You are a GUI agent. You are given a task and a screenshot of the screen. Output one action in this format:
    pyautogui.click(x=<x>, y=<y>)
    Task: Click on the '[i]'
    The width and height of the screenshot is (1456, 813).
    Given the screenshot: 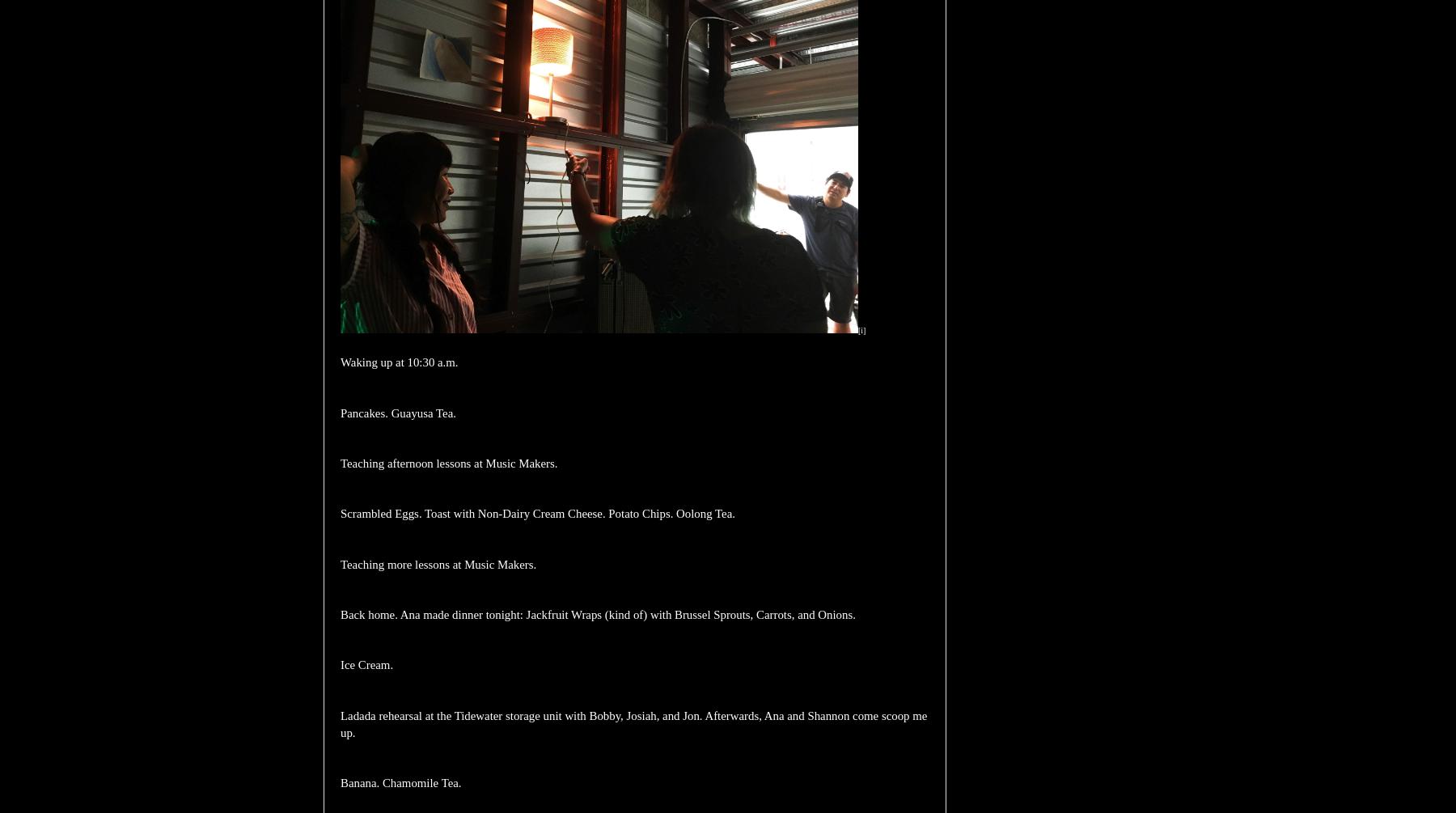 What is the action you would take?
    pyautogui.click(x=861, y=329)
    